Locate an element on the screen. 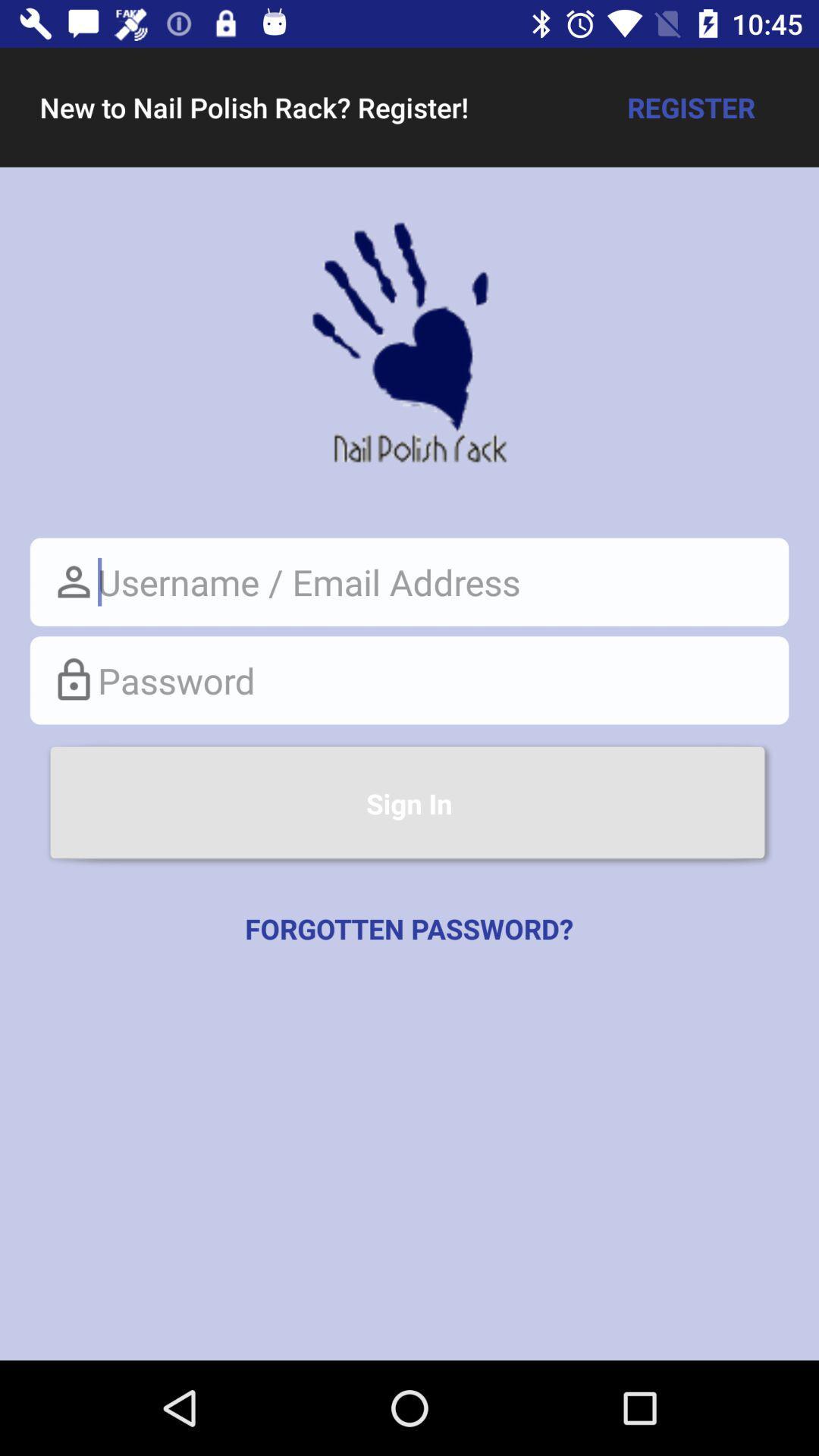 This screenshot has width=819, height=1456. password is located at coordinates (409, 679).